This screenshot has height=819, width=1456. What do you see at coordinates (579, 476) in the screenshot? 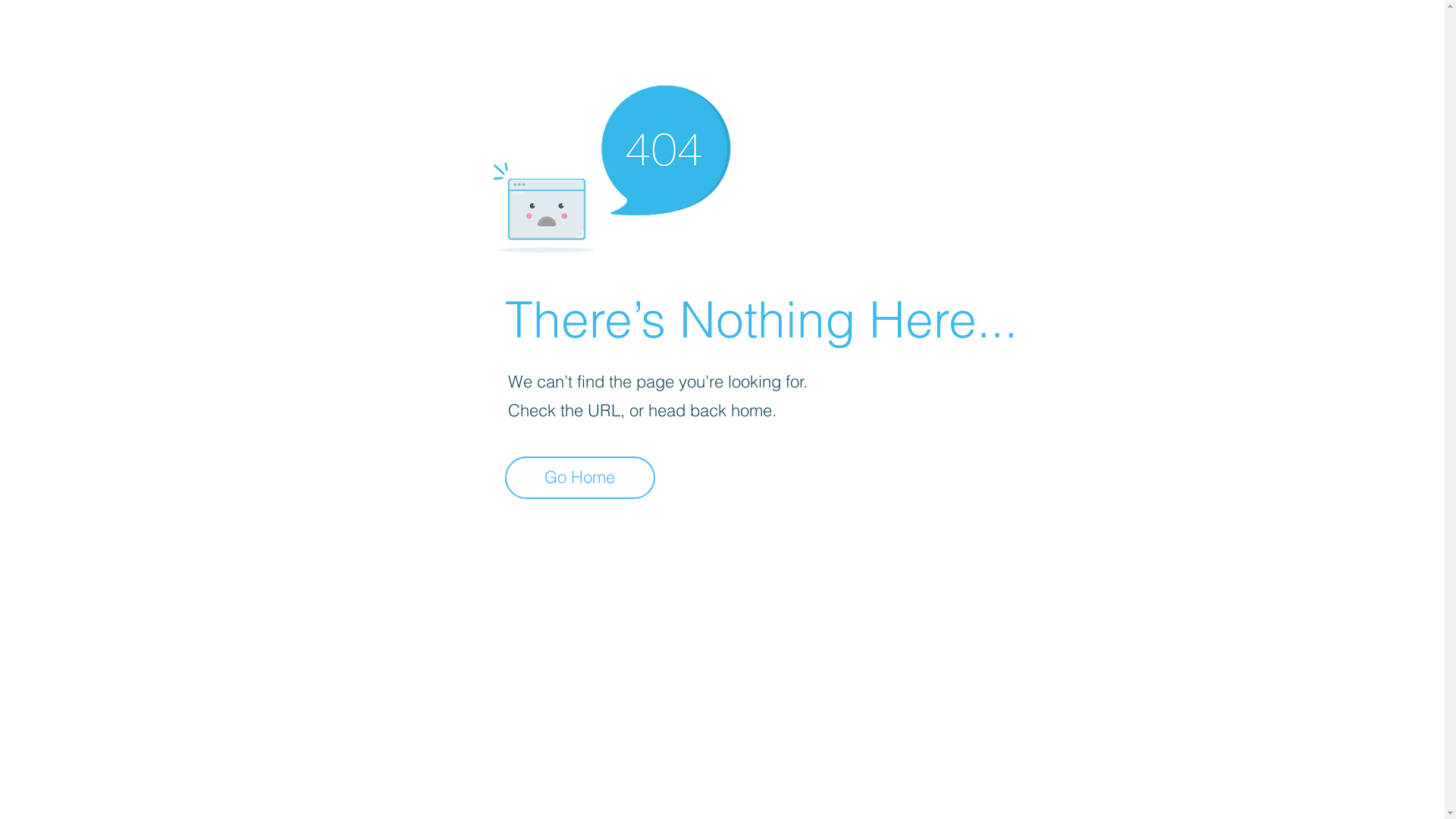
I see `'Go Home'` at bounding box center [579, 476].